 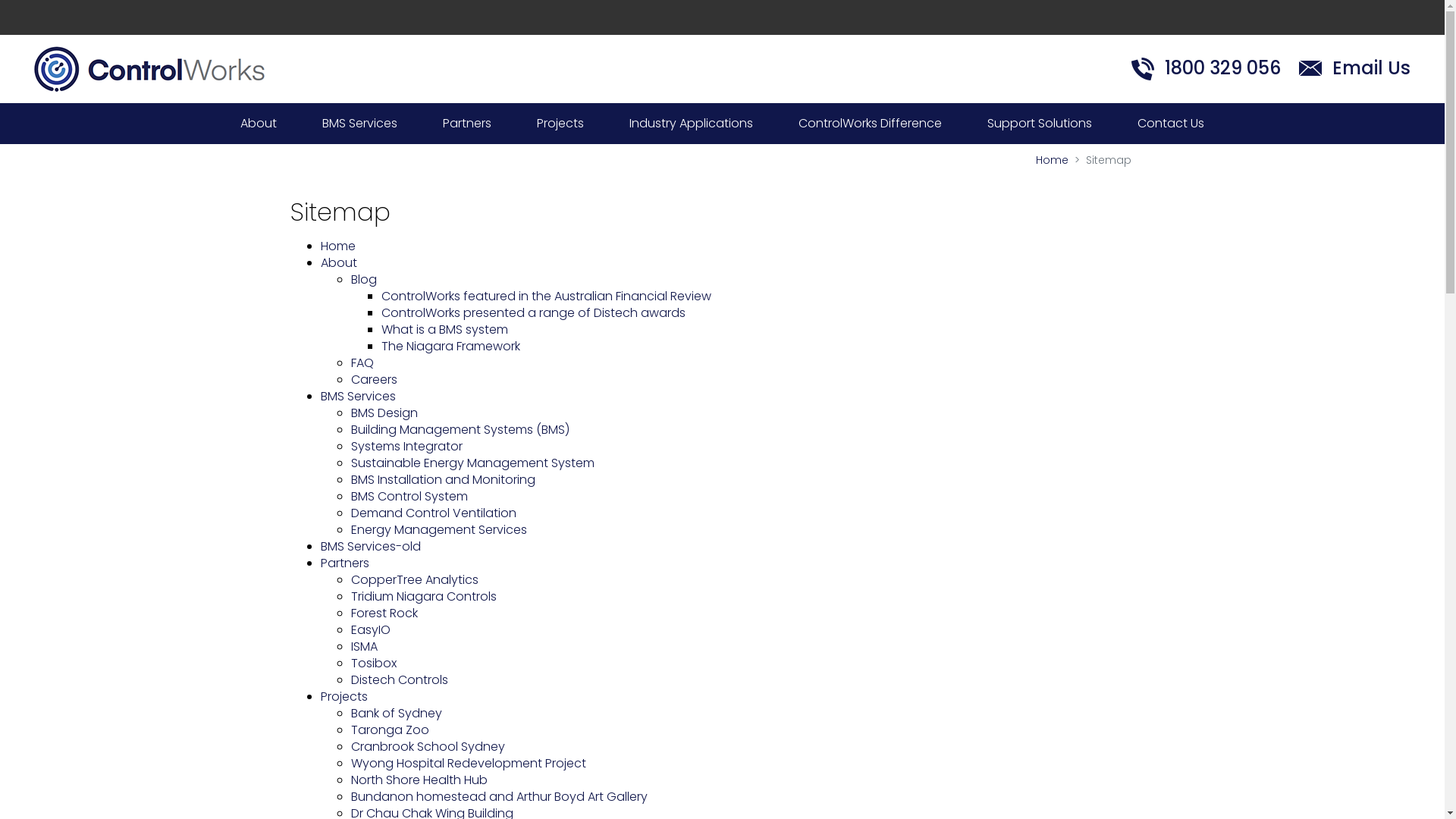 I want to click on 'Bundanon homestead and Arthur Boyd Art Gallery', so click(x=498, y=795).